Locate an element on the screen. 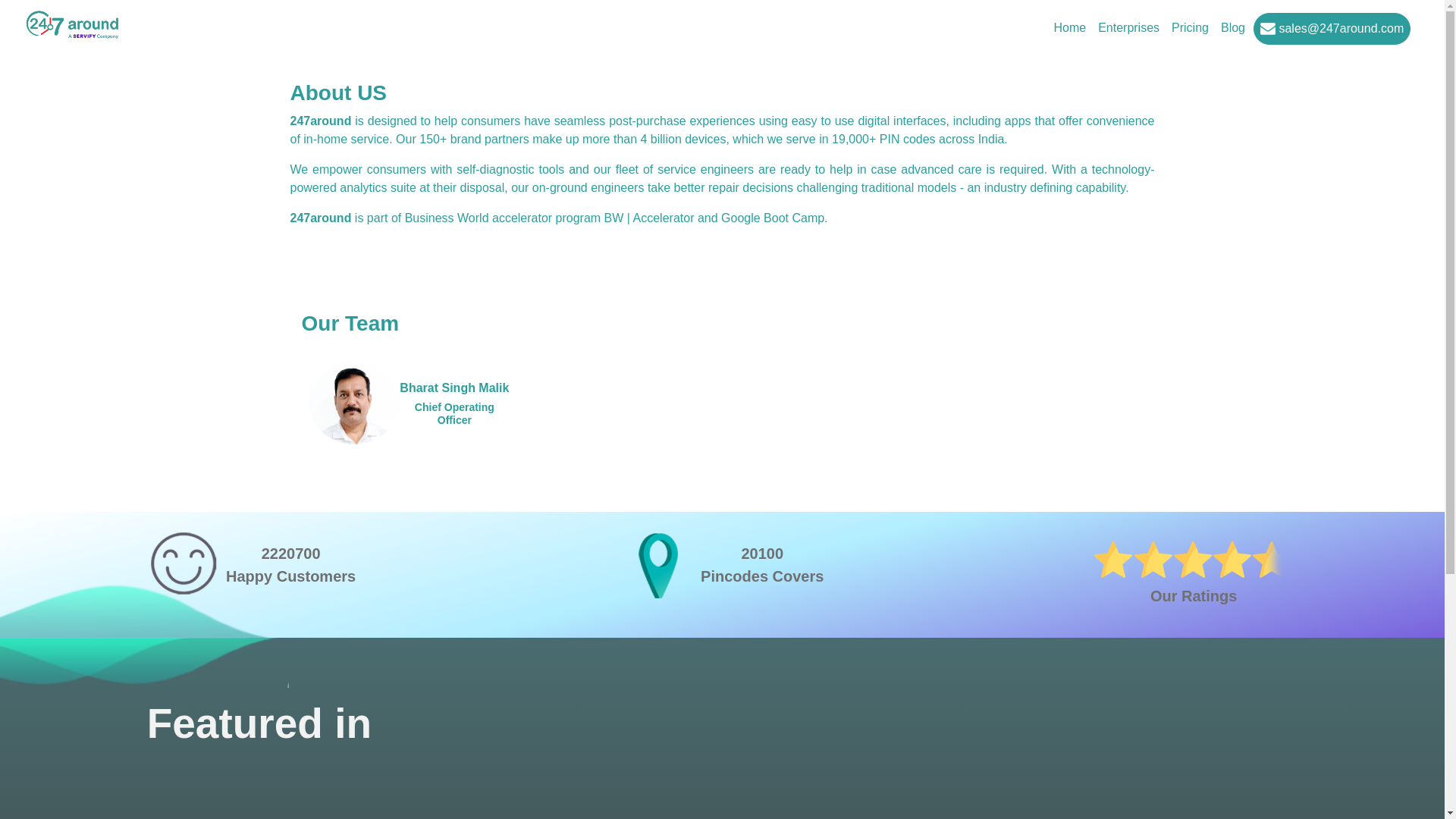  'Blog' is located at coordinates (1233, 28).